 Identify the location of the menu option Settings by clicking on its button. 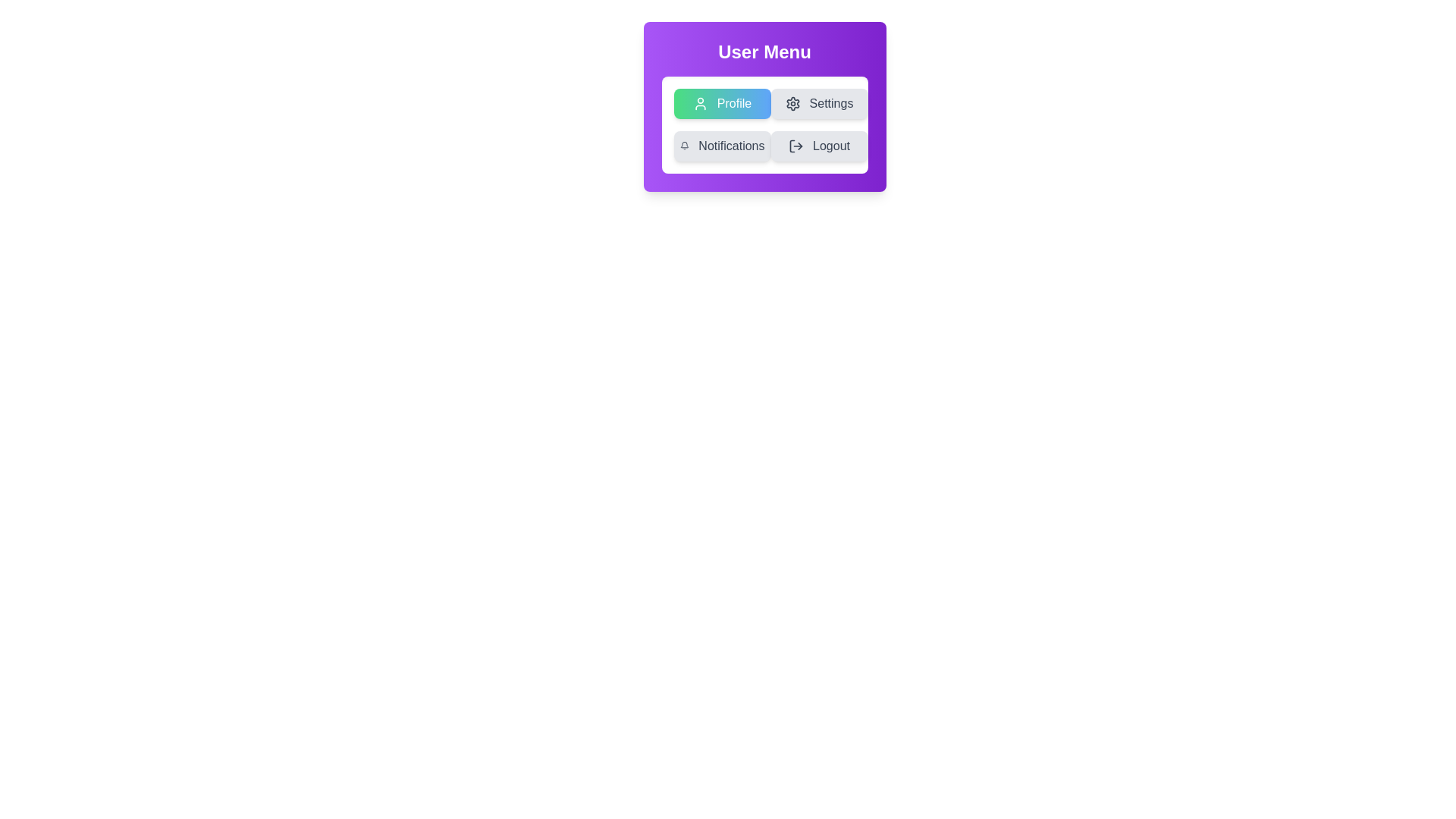
(818, 103).